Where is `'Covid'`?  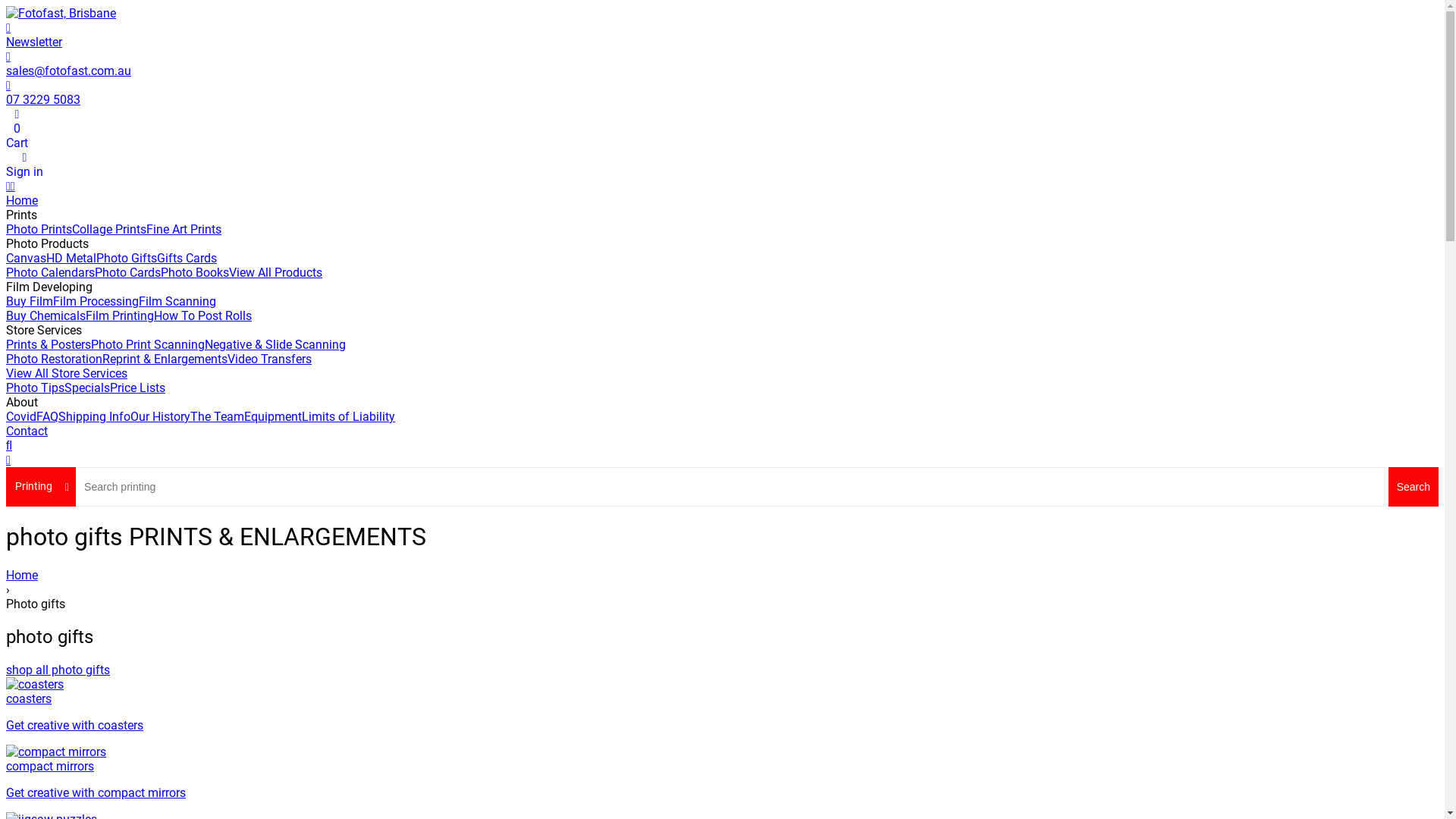
'Covid' is located at coordinates (21, 416).